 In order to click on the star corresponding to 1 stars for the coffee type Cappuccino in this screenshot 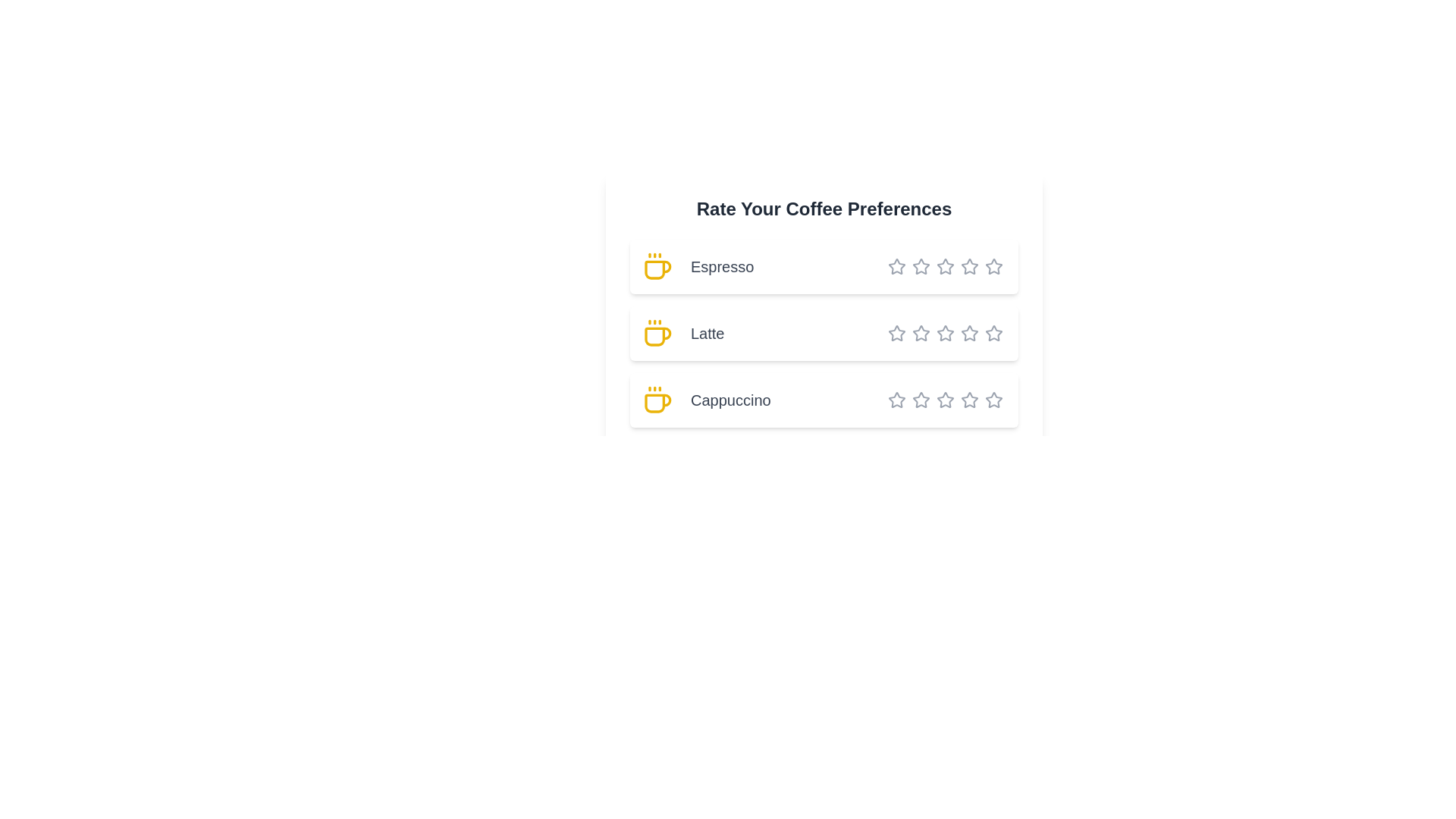, I will do `click(896, 400)`.